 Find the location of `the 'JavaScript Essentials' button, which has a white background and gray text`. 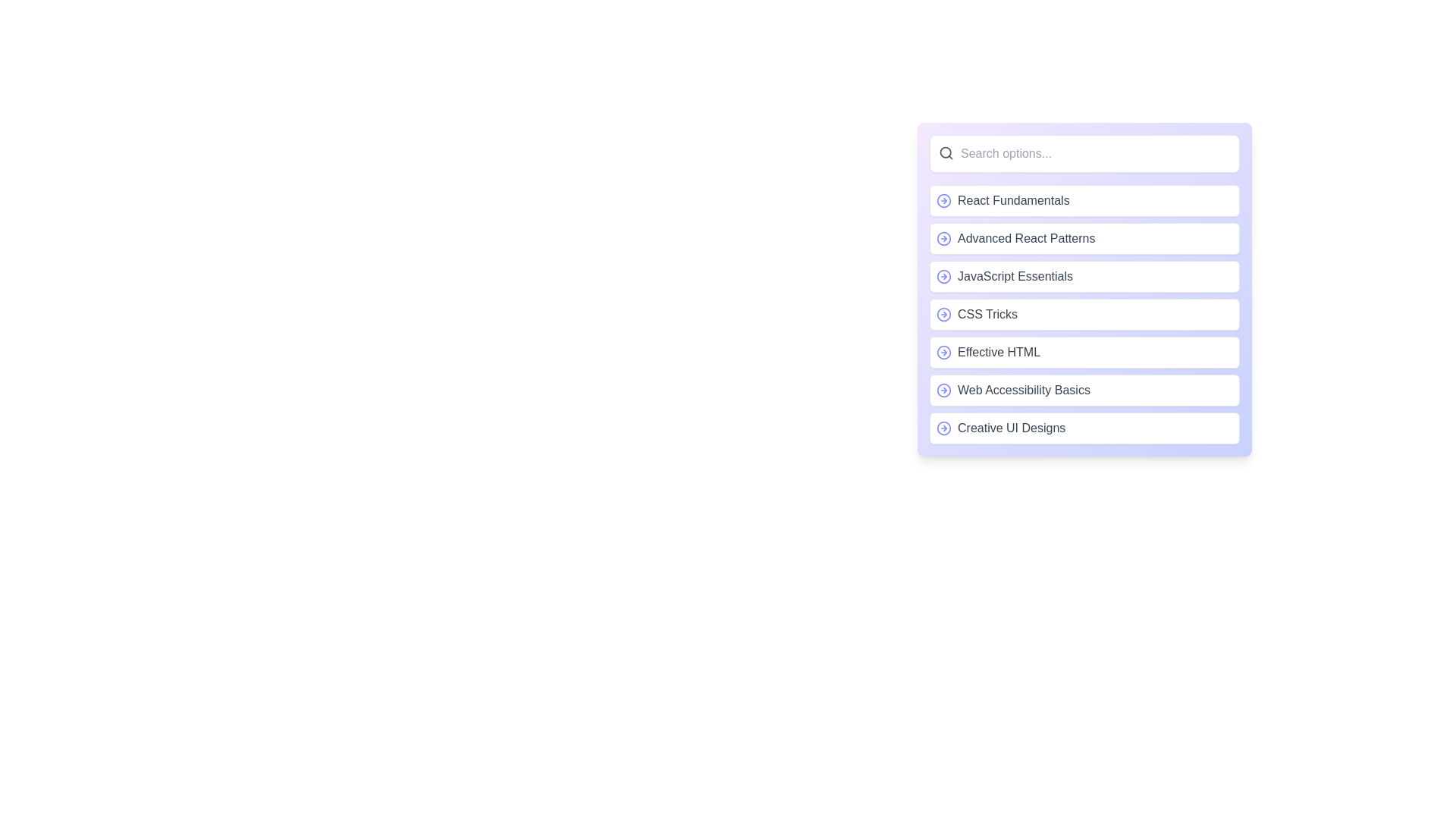

the 'JavaScript Essentials' button, which has a white background and gray text is located at coordinates (1084, 289).